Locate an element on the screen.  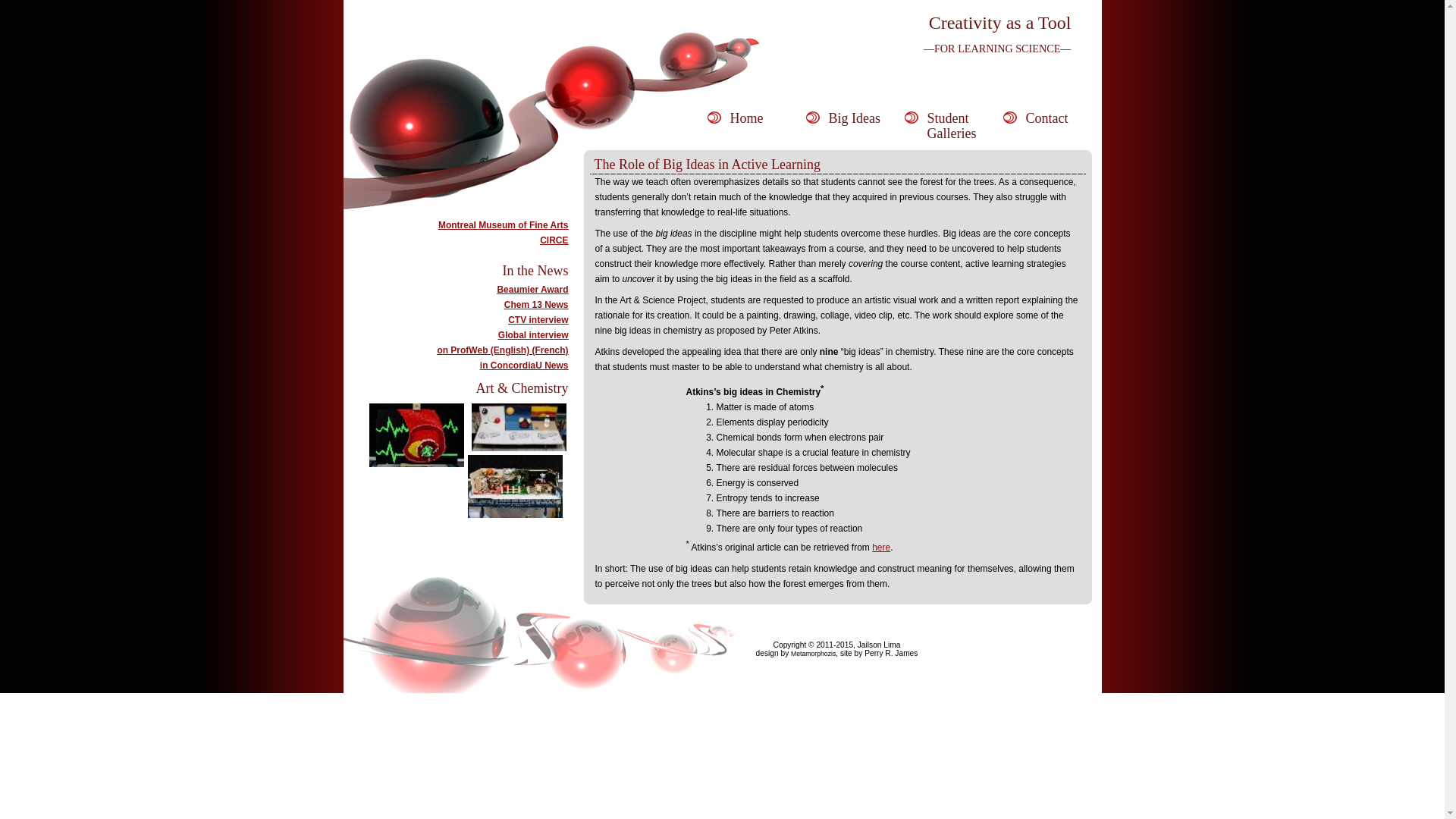
'Metamorphozis' is located at coordinates (789, 652).